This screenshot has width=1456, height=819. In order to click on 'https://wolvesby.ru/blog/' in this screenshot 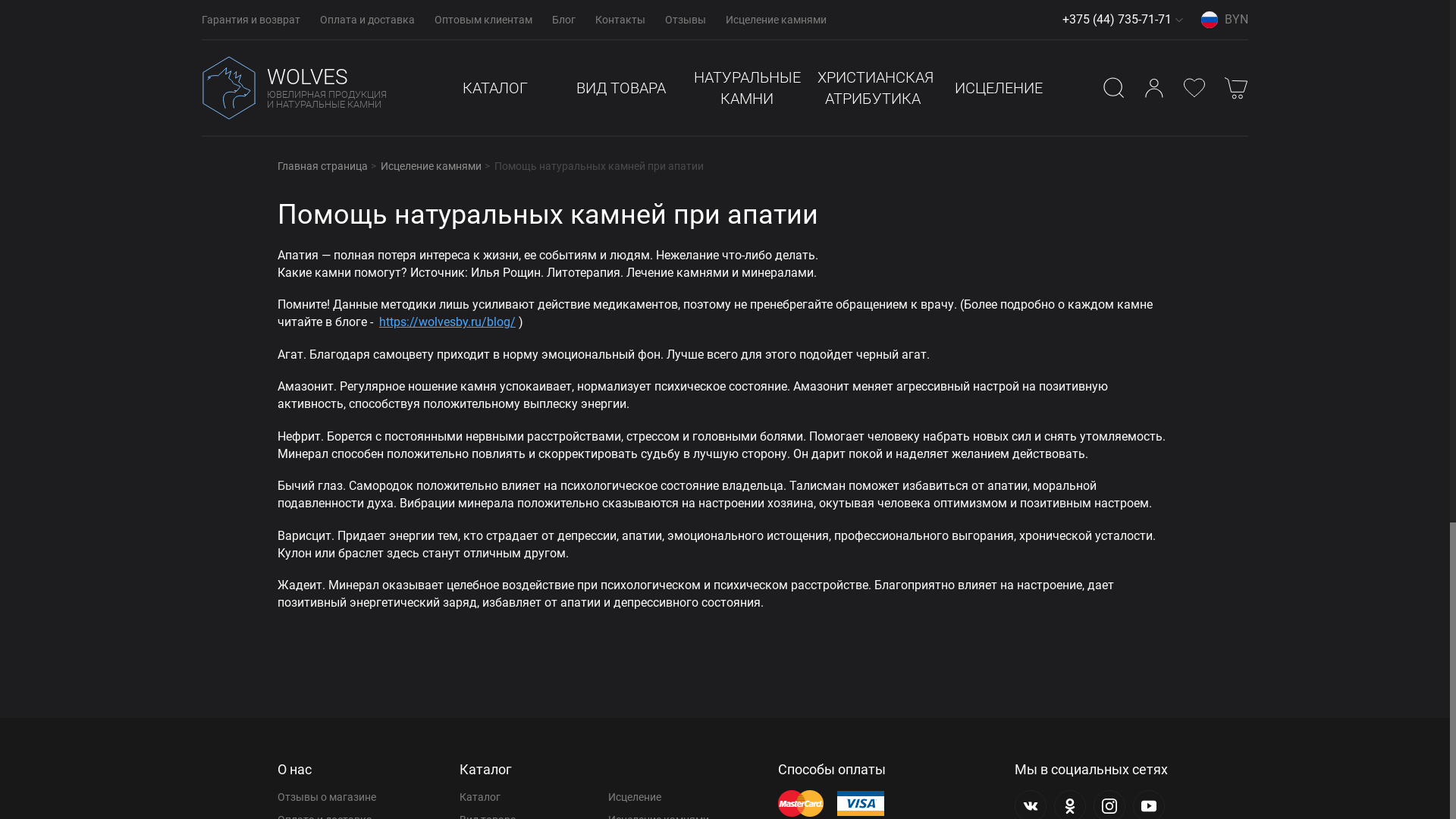, I will do `click(447, 321)`.